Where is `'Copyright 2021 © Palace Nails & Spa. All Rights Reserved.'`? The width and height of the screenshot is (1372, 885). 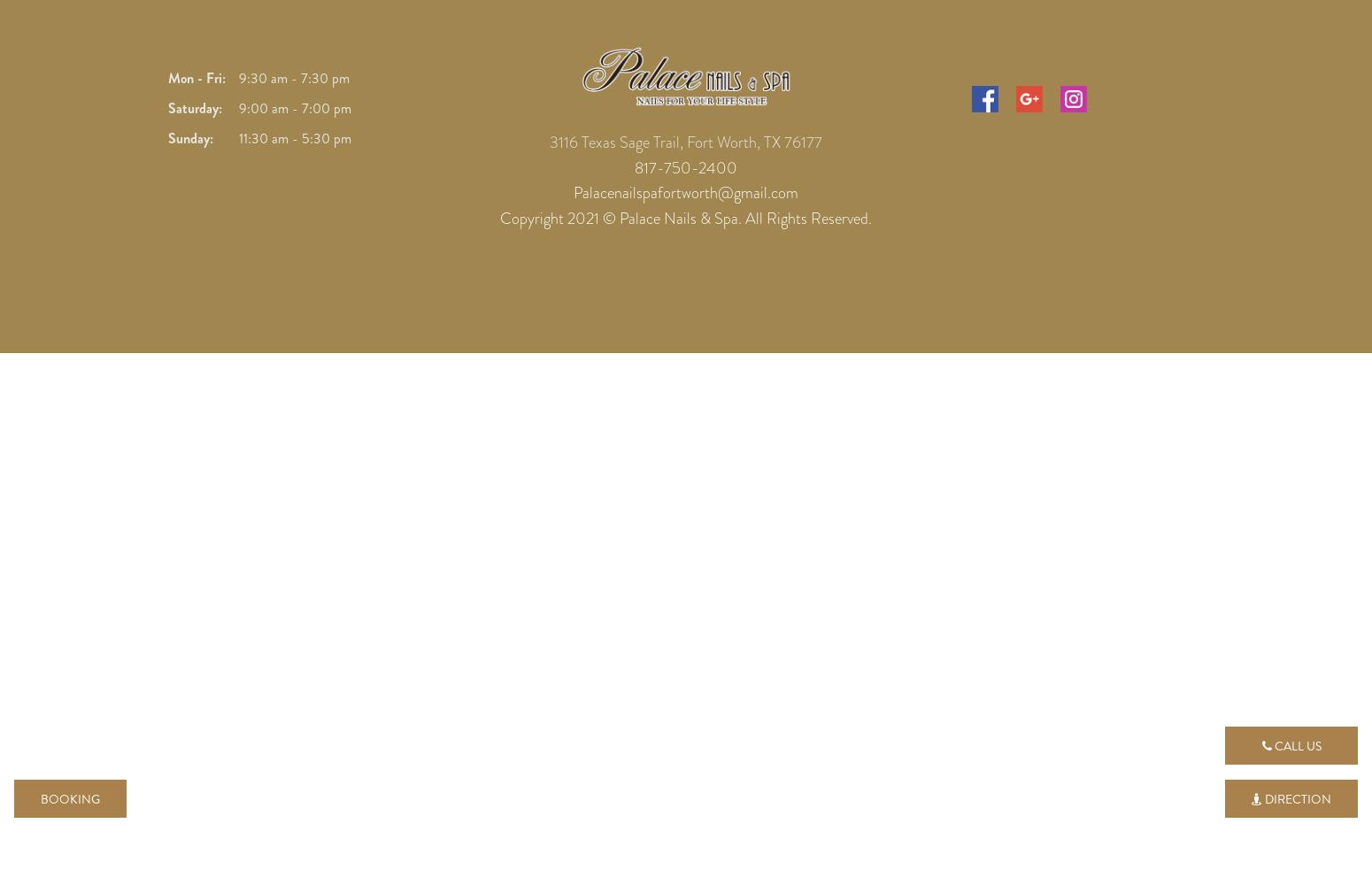
'Copyright 2021 © Palace Nails & Spa. All Rights Reserved.' is located at coordinates (686, 218).